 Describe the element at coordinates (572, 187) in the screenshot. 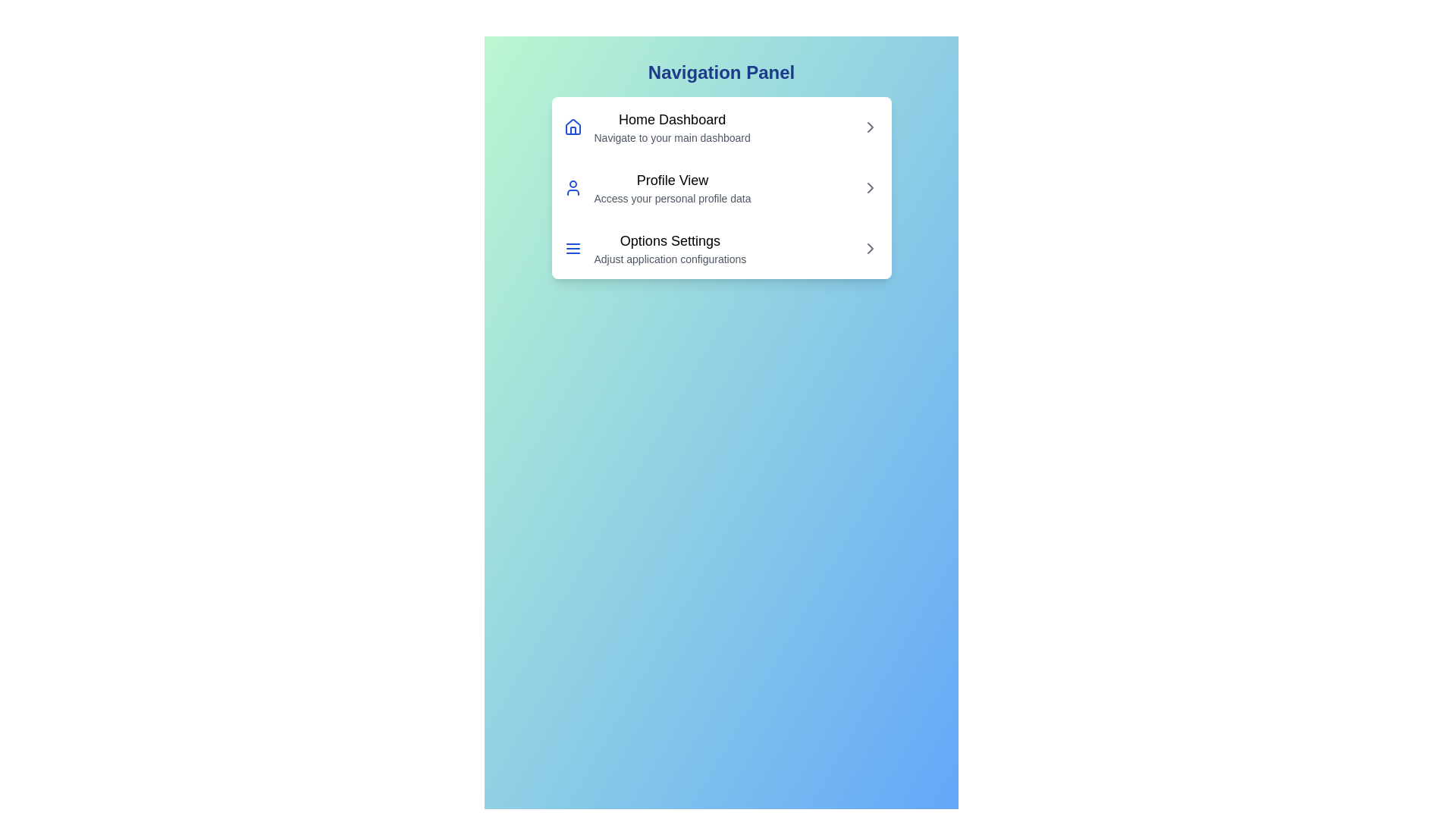

I see `icon of the menu item Profile View` at that location.